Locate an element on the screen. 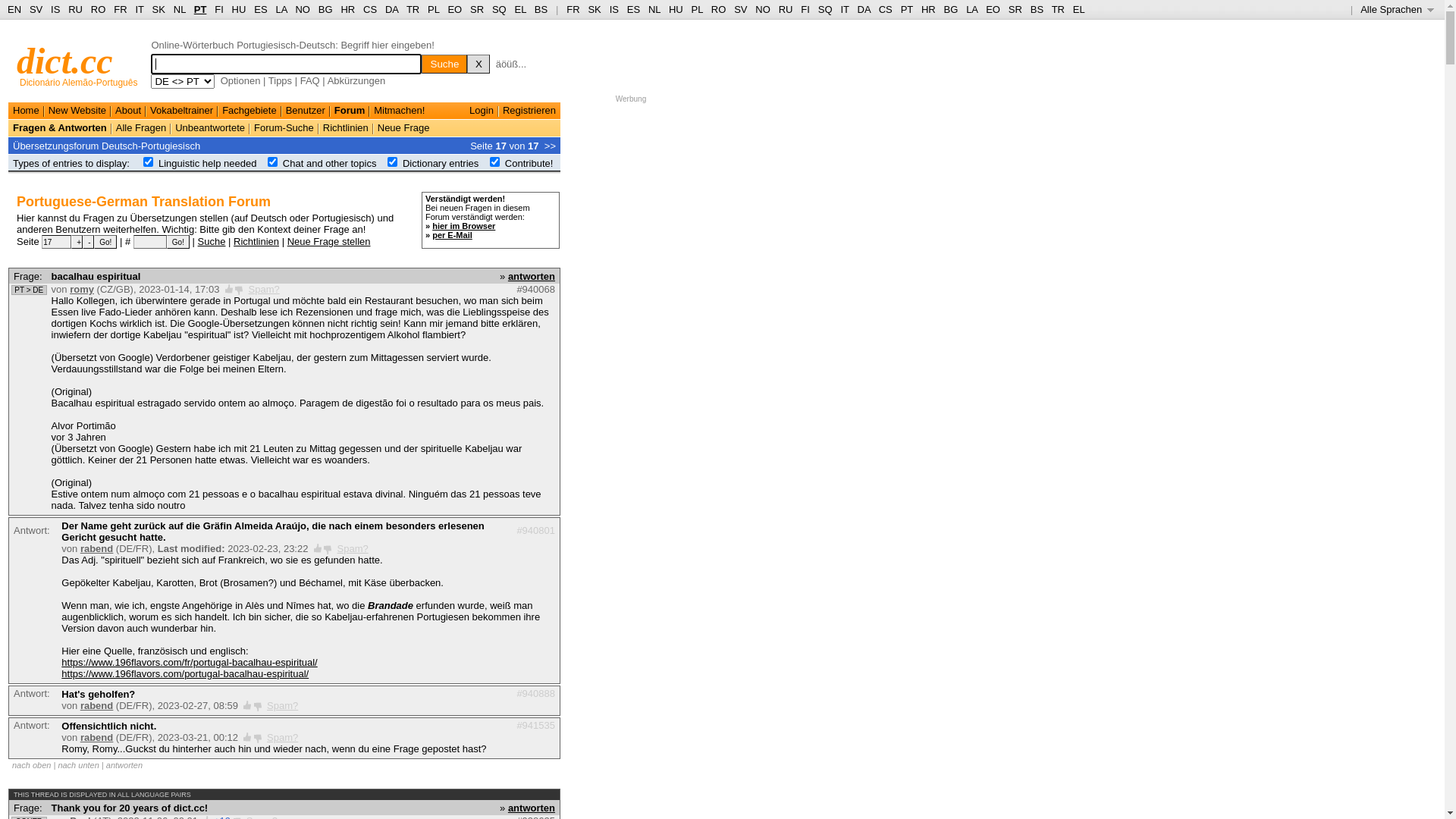 The image size is (1456, 819). 'Alle Sprachen ' is located at coordinates (1396, 9).